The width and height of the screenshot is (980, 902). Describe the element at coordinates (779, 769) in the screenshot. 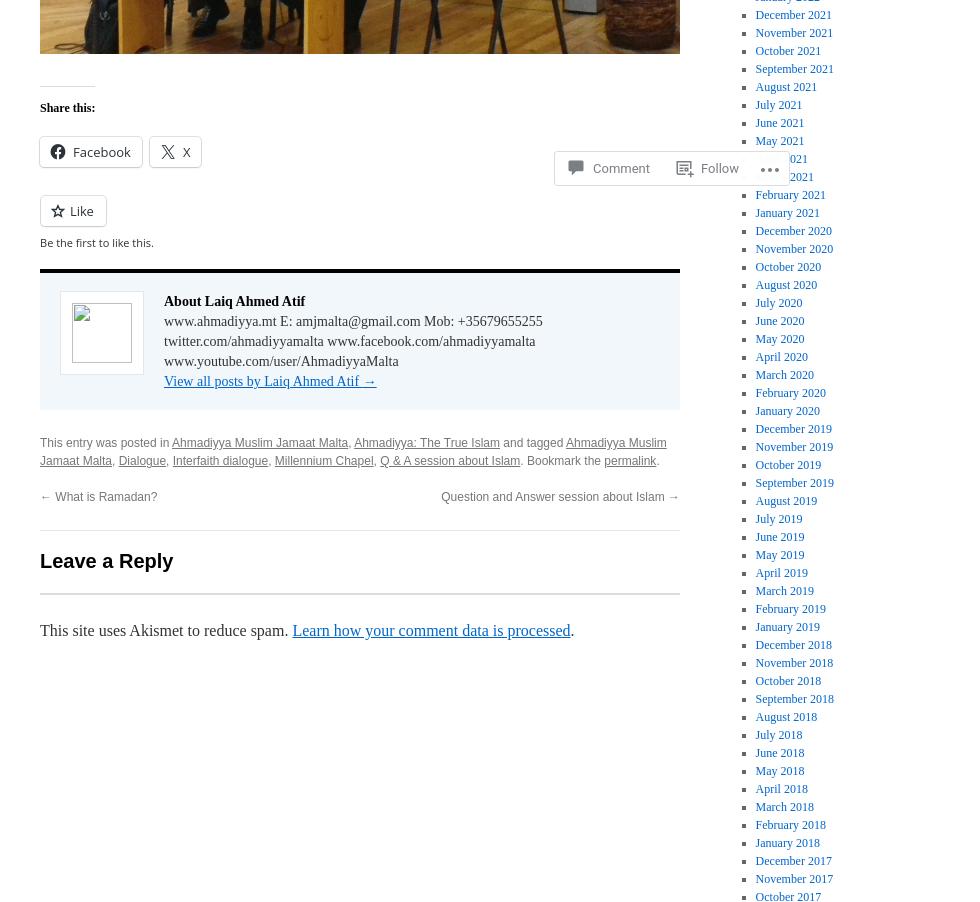

I see `'May 2018'` at that location.